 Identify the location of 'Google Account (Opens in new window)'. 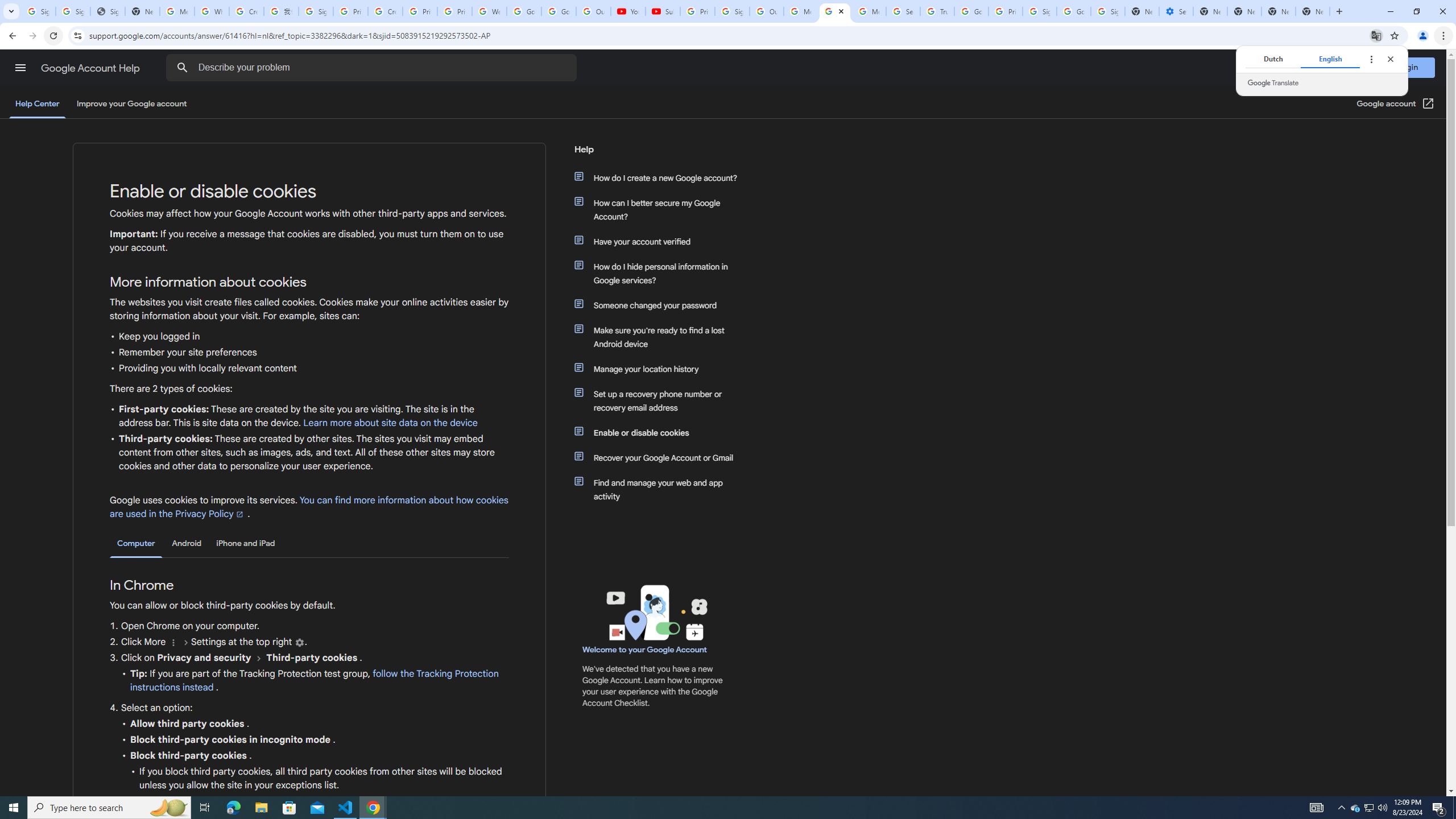
(1396, 103).